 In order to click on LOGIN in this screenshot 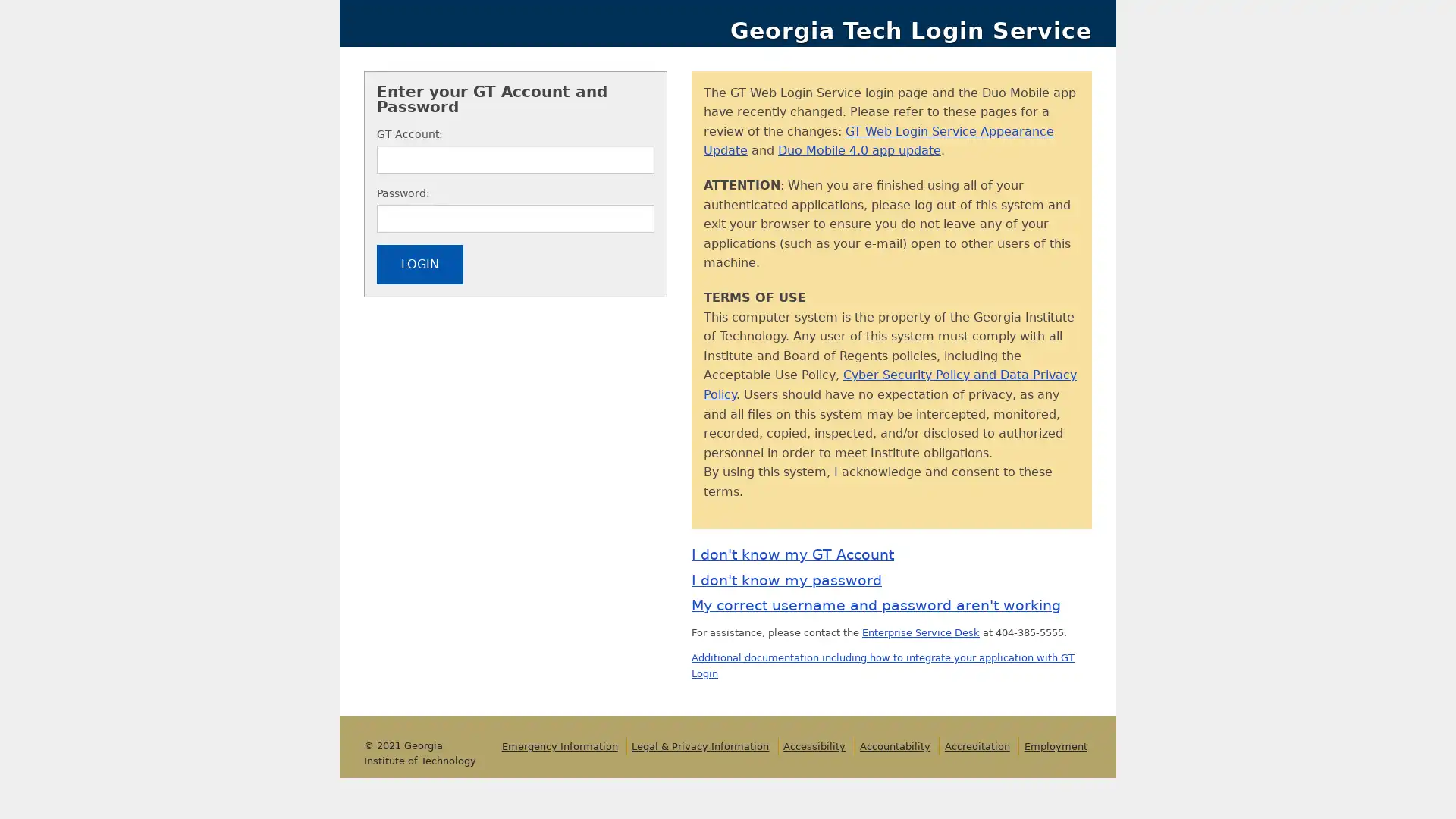, I will do `click(419, 281)`.